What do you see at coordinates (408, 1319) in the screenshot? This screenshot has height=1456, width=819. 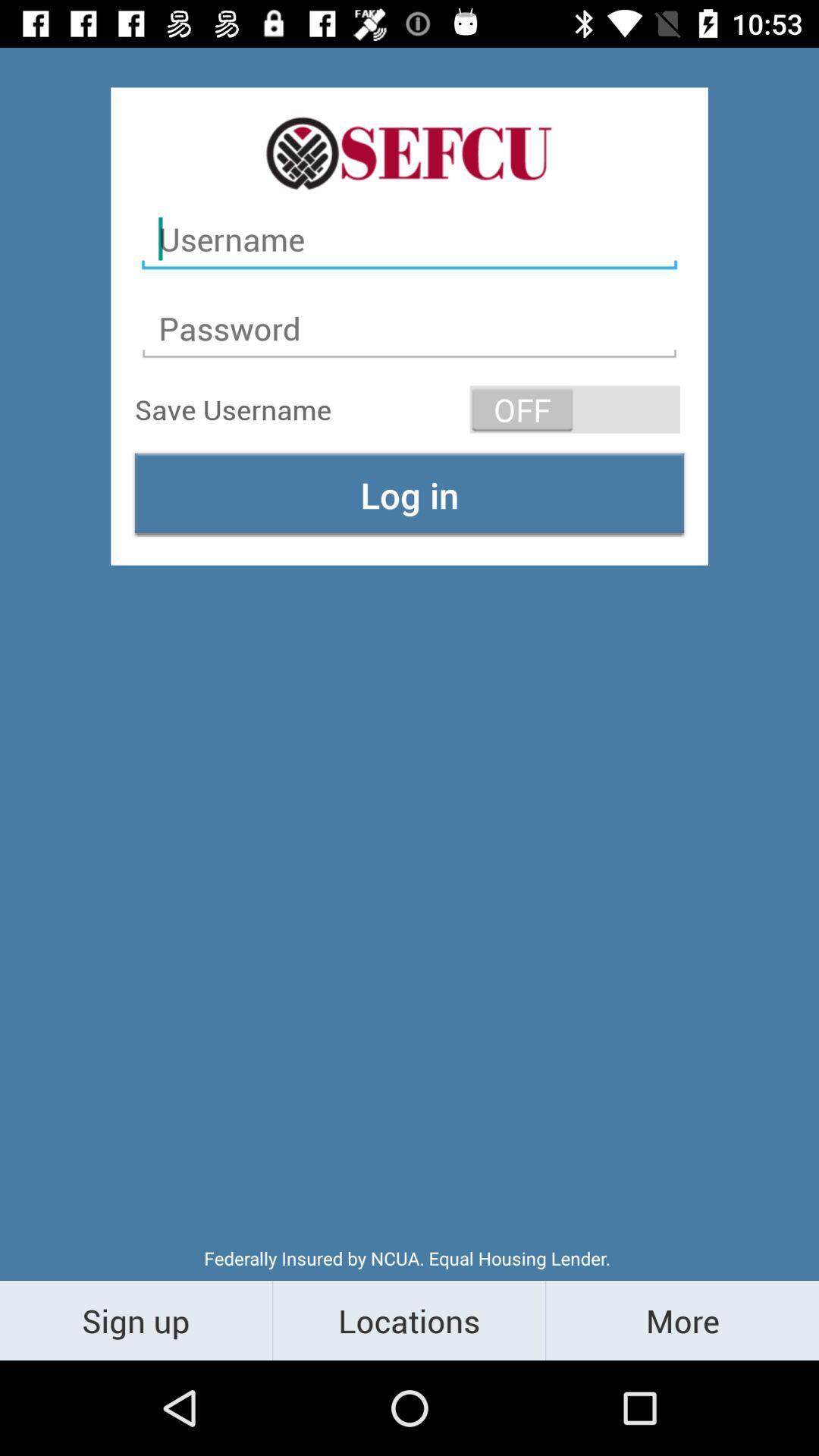 I see `the item to the right of sign up item` at bounding box center [408, 1319].